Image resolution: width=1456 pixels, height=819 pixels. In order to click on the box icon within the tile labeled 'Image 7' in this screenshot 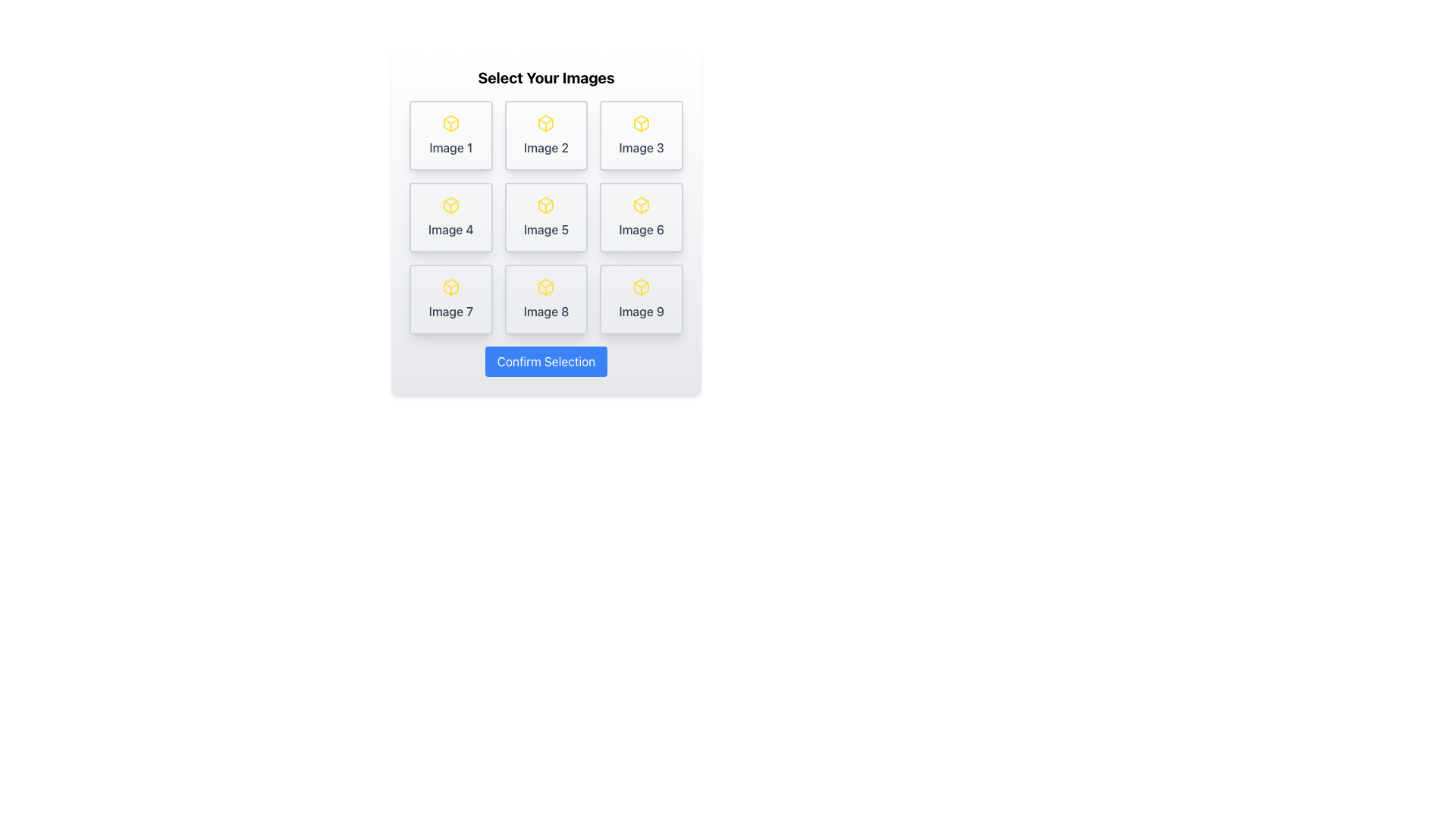, I will do `click(450, 287)`.